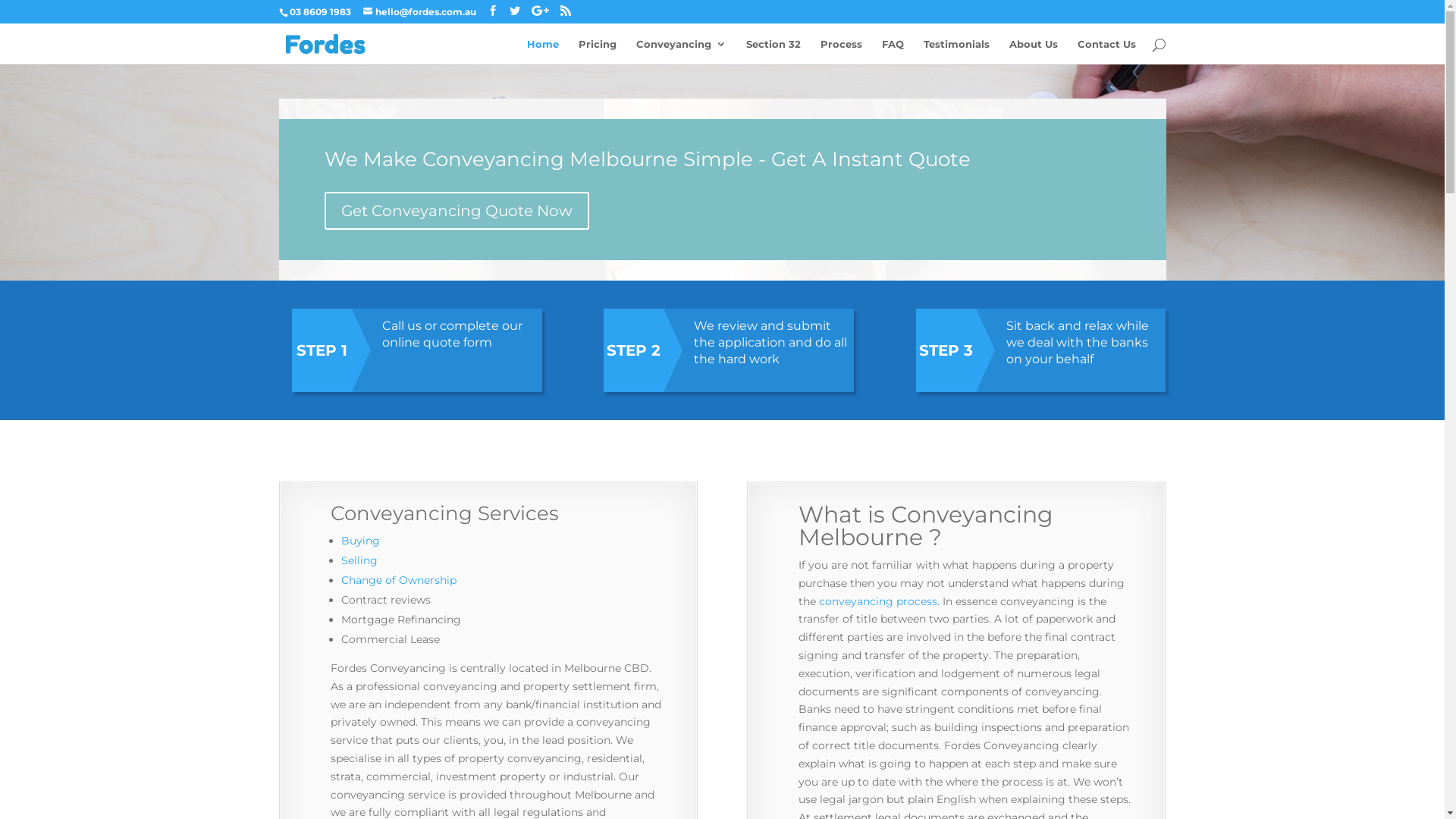 Image resolution: width=1456 pixels, height=819 pixels. What do you see at coordinates (456, 210) in the screenshot?
I see `'Get Conveyancing Quote Now'` at bounding box center [456, 210].